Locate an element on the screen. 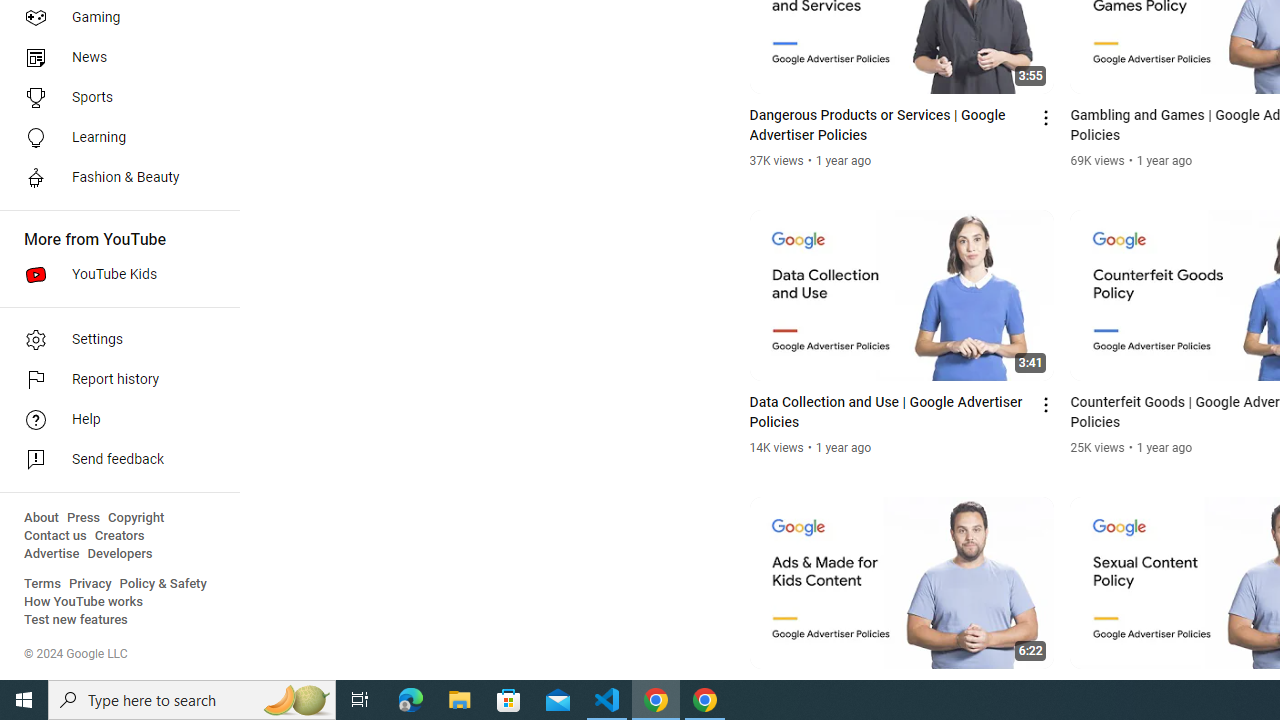  'Developers' is located at coordinates (119, 554).